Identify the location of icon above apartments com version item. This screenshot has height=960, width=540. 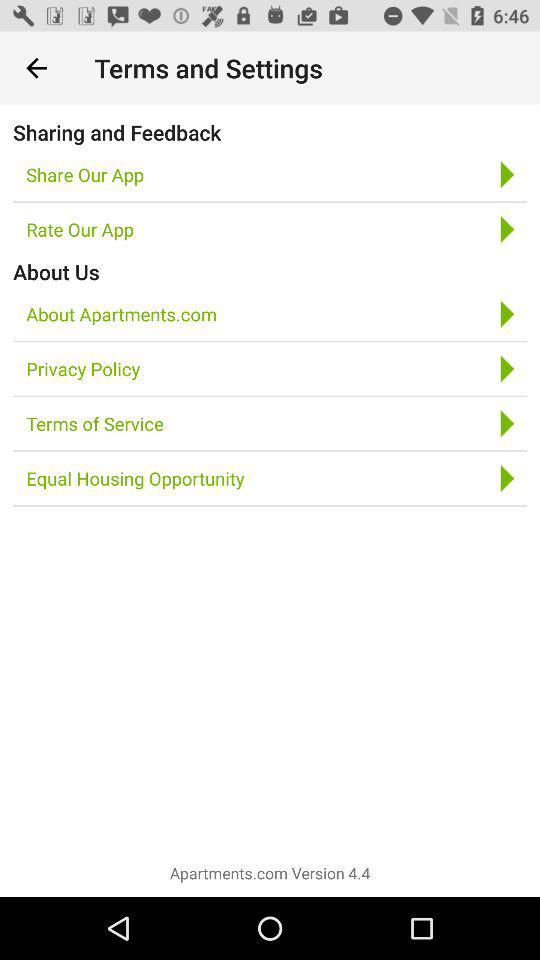
(135, 478).